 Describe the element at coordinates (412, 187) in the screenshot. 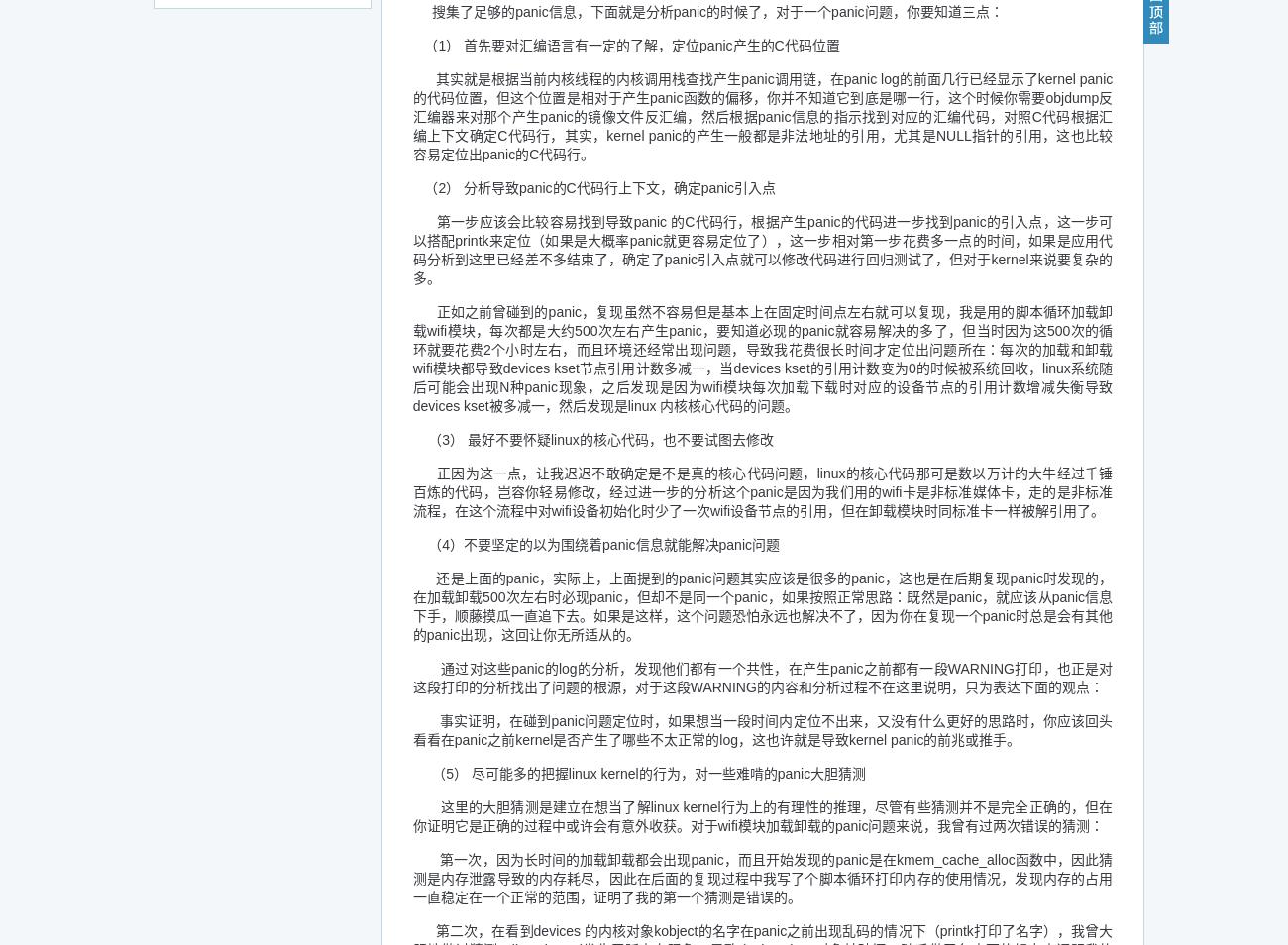

I see `'（2） 分析导致panic的C代码行上下文，确定panic引入点'` at that location.